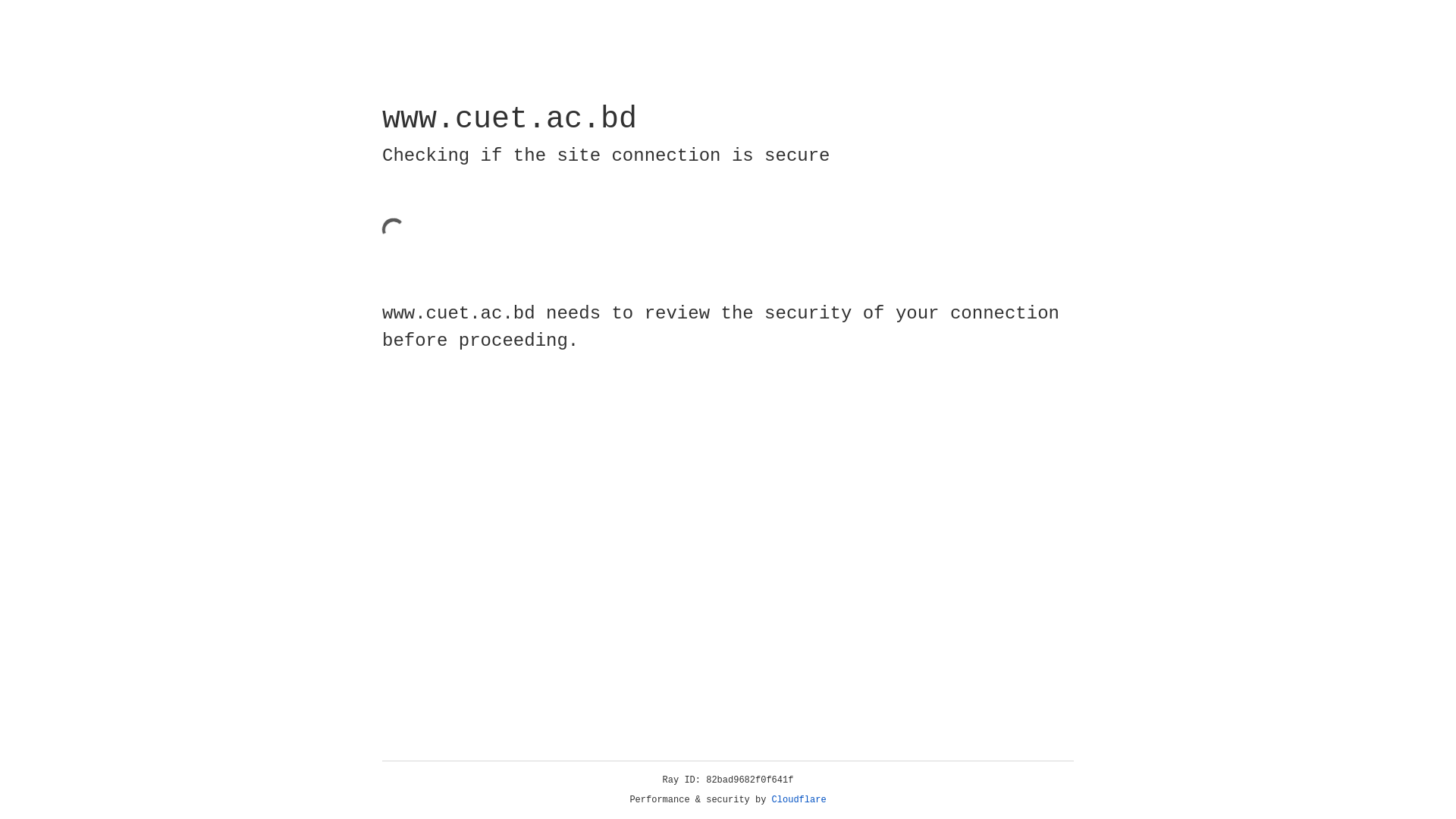 The width and height of the screenshot is (1456, 819). What do you see at coordinates (799, 799) in the screenshot?
I see `'Cloudflare'` at bounding box center [799, 799].